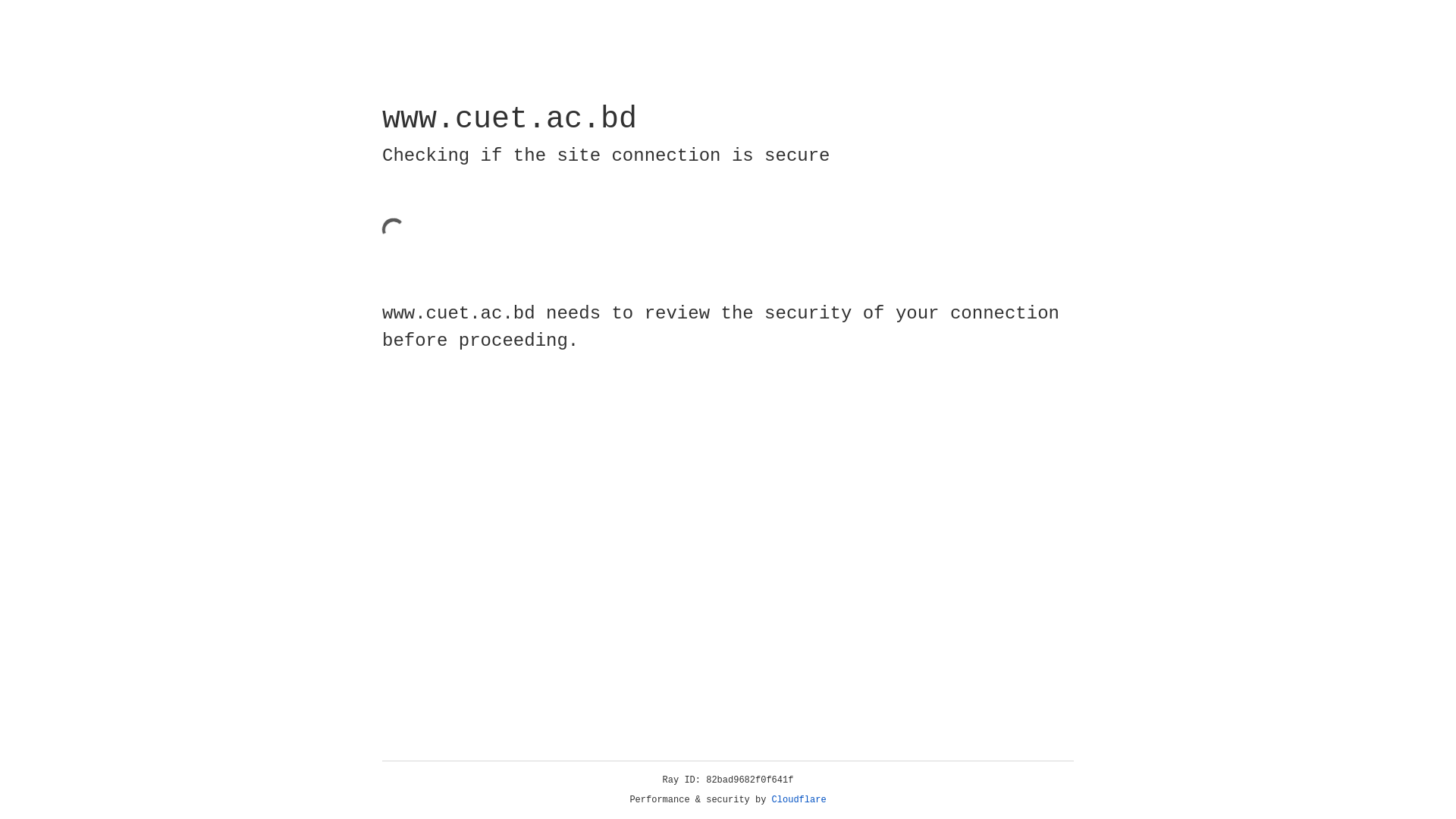 The width and height of the screenshot is (1456, 819). What do you see at coordinates (799, 799) in the screenshot?
I see `'Cloudflare'` at bounding box center [799, 799].